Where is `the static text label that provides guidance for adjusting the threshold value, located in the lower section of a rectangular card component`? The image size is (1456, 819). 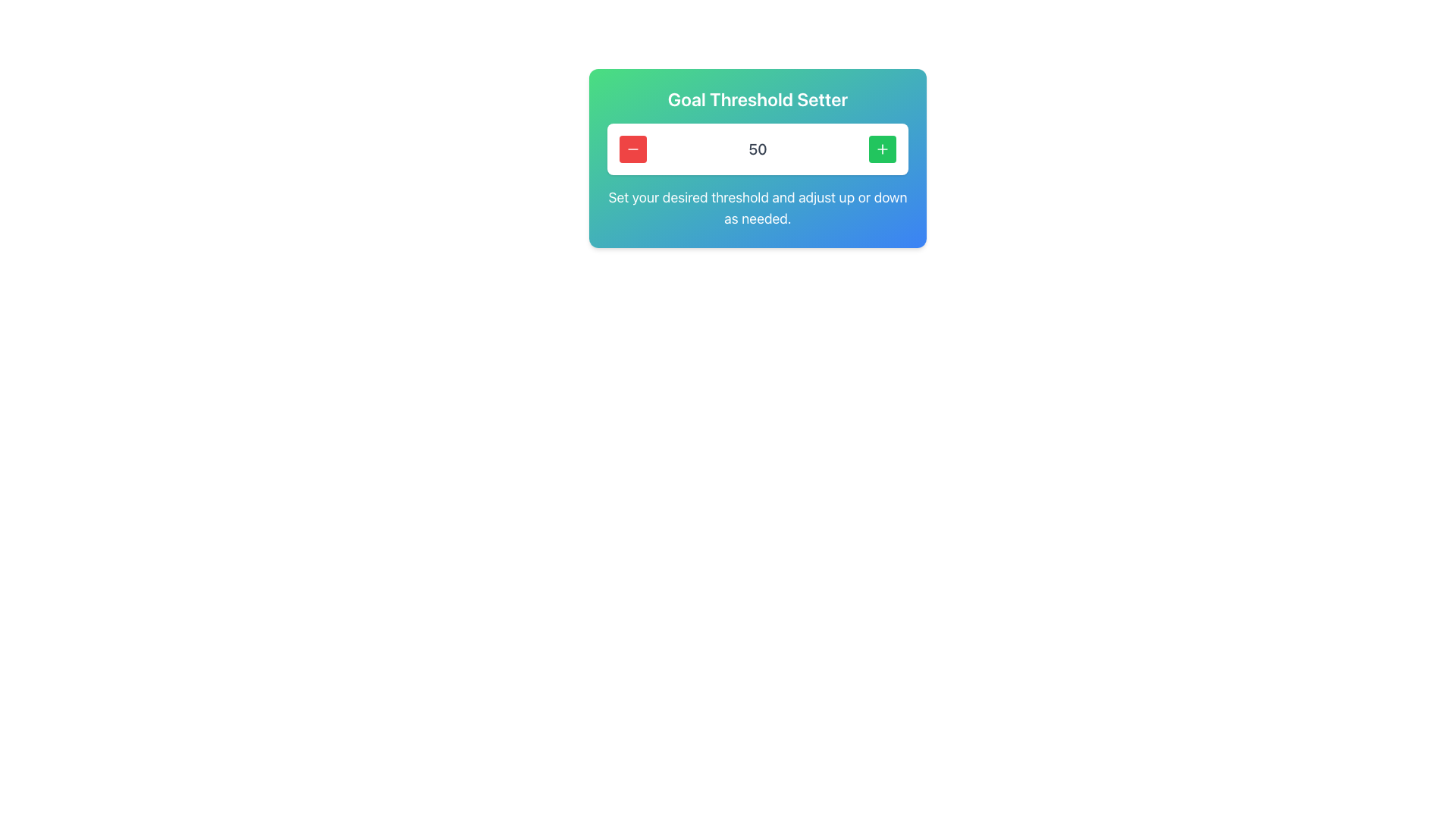
the static text label that provides guidance for adjusting the threshold value, located in the lower section of a rectangular card component is located at coordinates (758, 208).